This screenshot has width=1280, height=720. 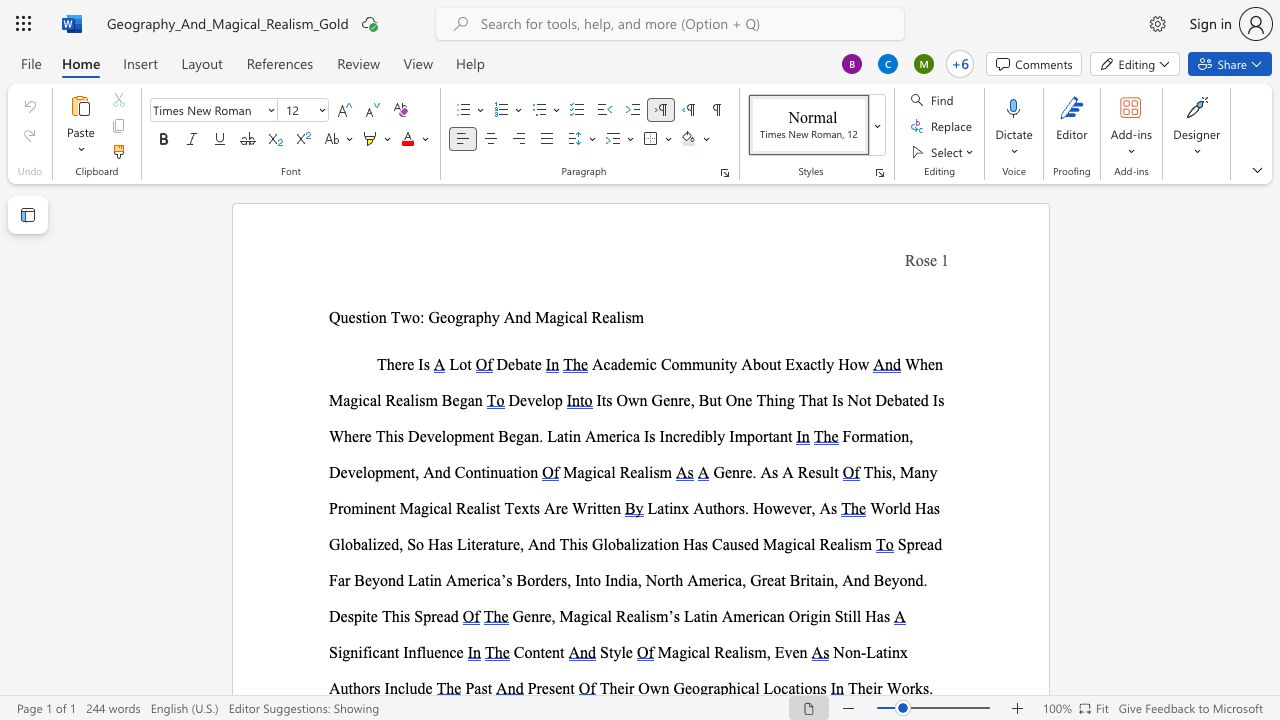 I want to click on the space between the continuous character "h" and "o" in the text, so click(x=724, y=507).